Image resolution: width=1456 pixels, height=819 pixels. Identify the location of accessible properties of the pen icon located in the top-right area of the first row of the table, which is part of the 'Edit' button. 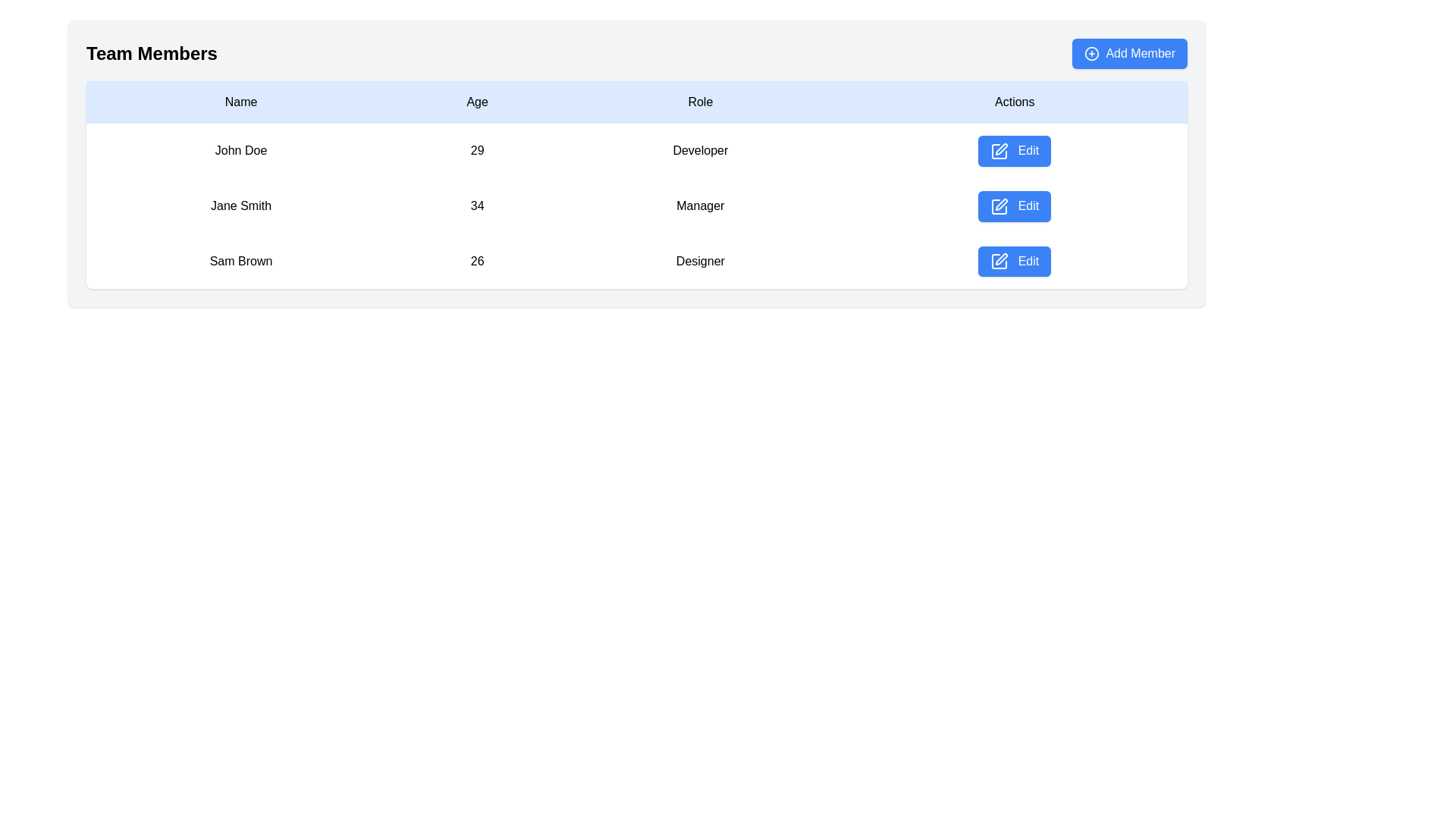
(1001, 149).